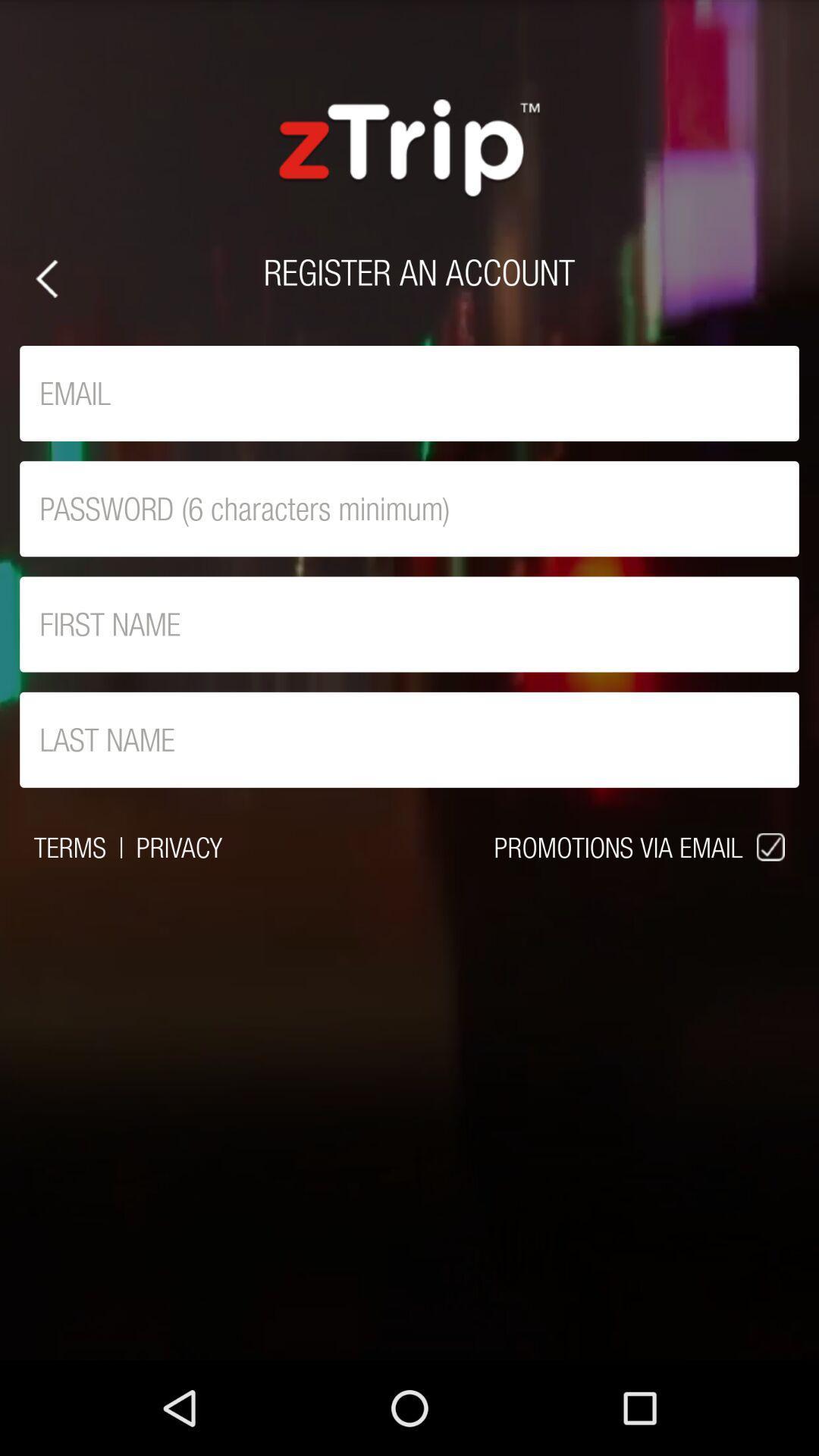 This screenshot has height=1456, width=819. What do you see at coordinates (70, 846) in the screenshot?
I see `the item to the left of |` at bounding box center [70, 846].